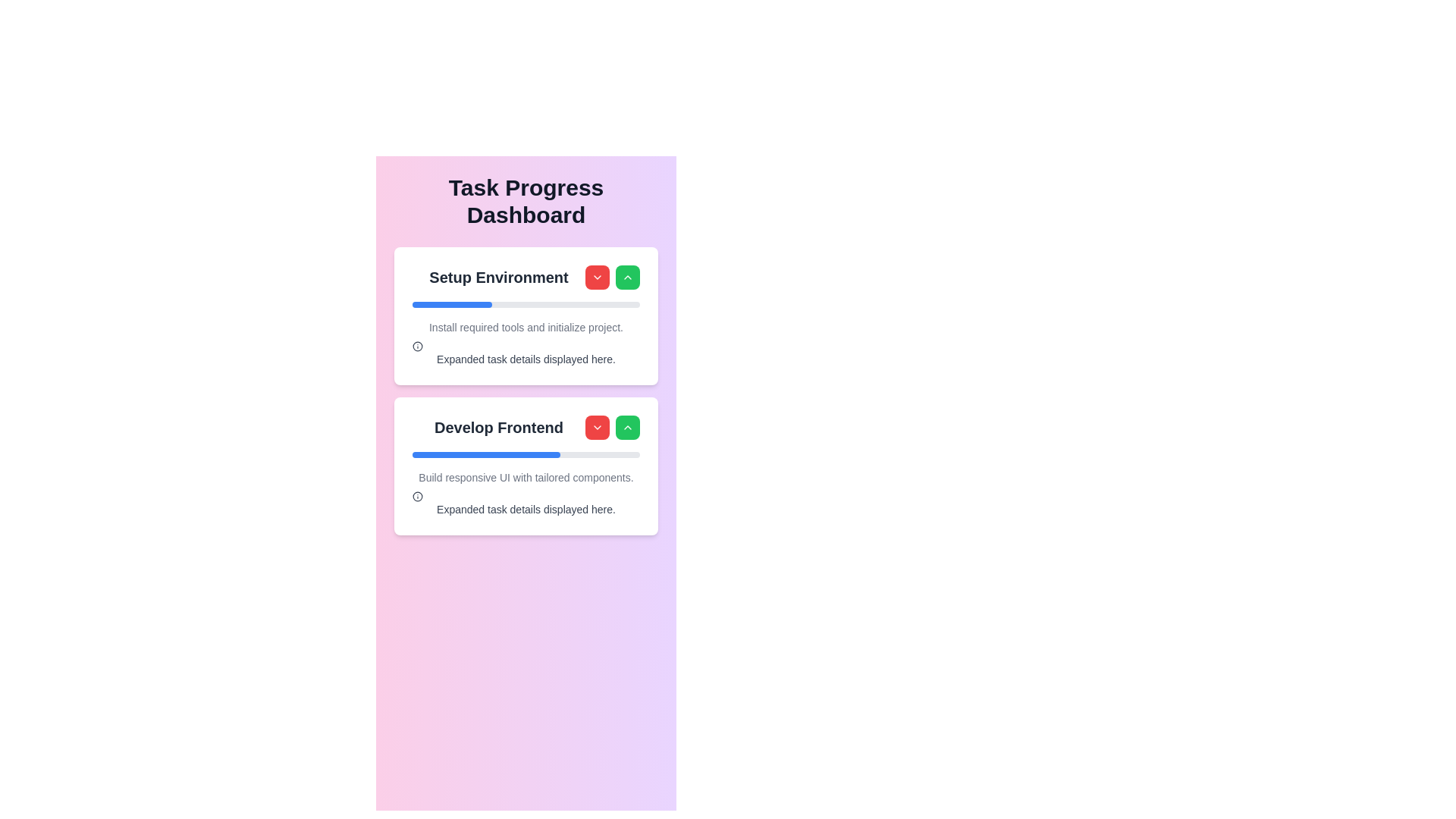 This screenshot has height=819, width=1456. What do you see at coordinates (612, 278) in the screenshot?
I see `the red button in the top-right corner of the 'Setup Environment' section header` at bounding box center [612, 278].